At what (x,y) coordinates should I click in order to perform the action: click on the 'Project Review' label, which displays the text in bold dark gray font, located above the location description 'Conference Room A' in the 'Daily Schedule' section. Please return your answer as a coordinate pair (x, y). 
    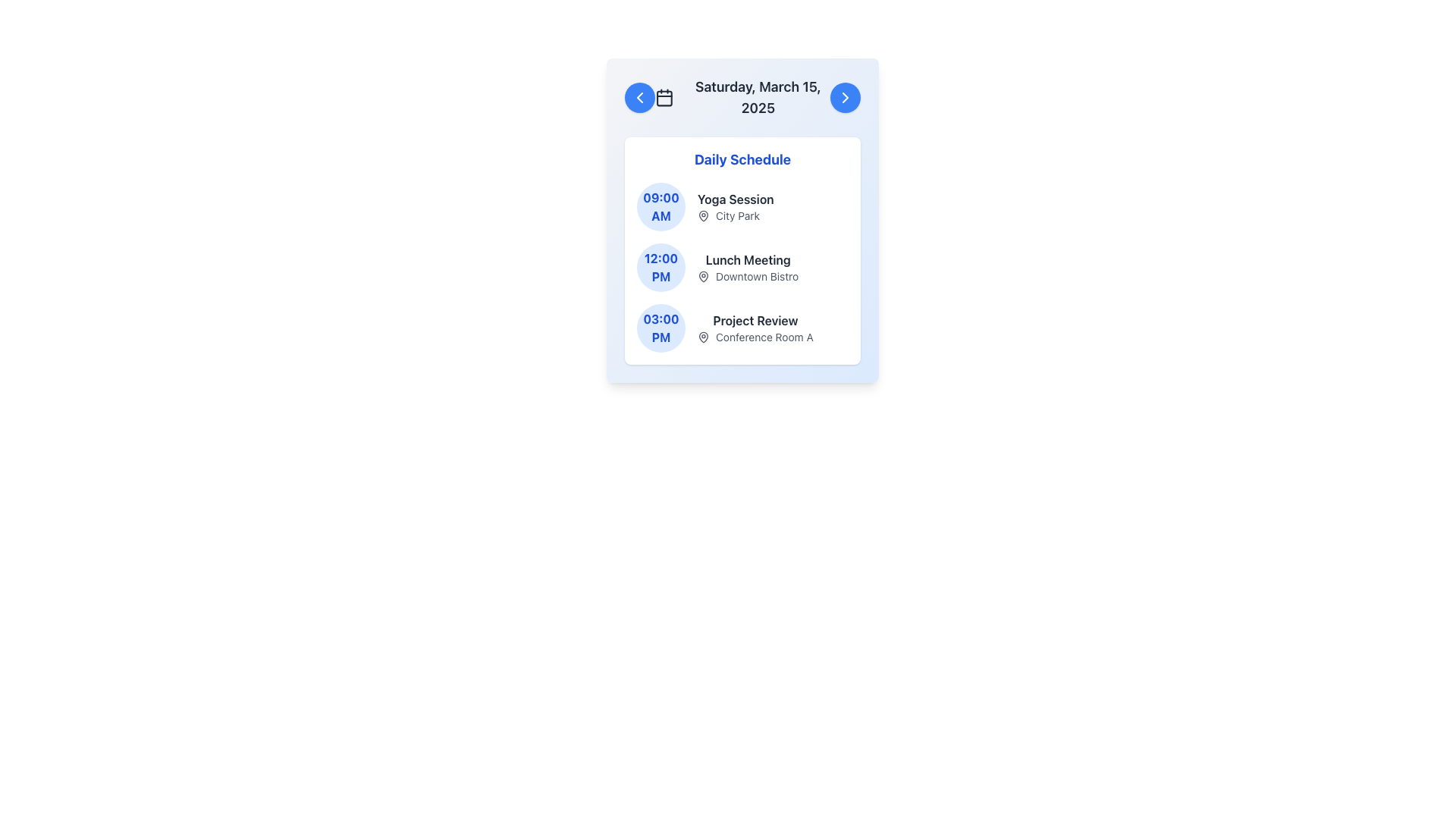
    Looking at the image, I should click on (755, 320).